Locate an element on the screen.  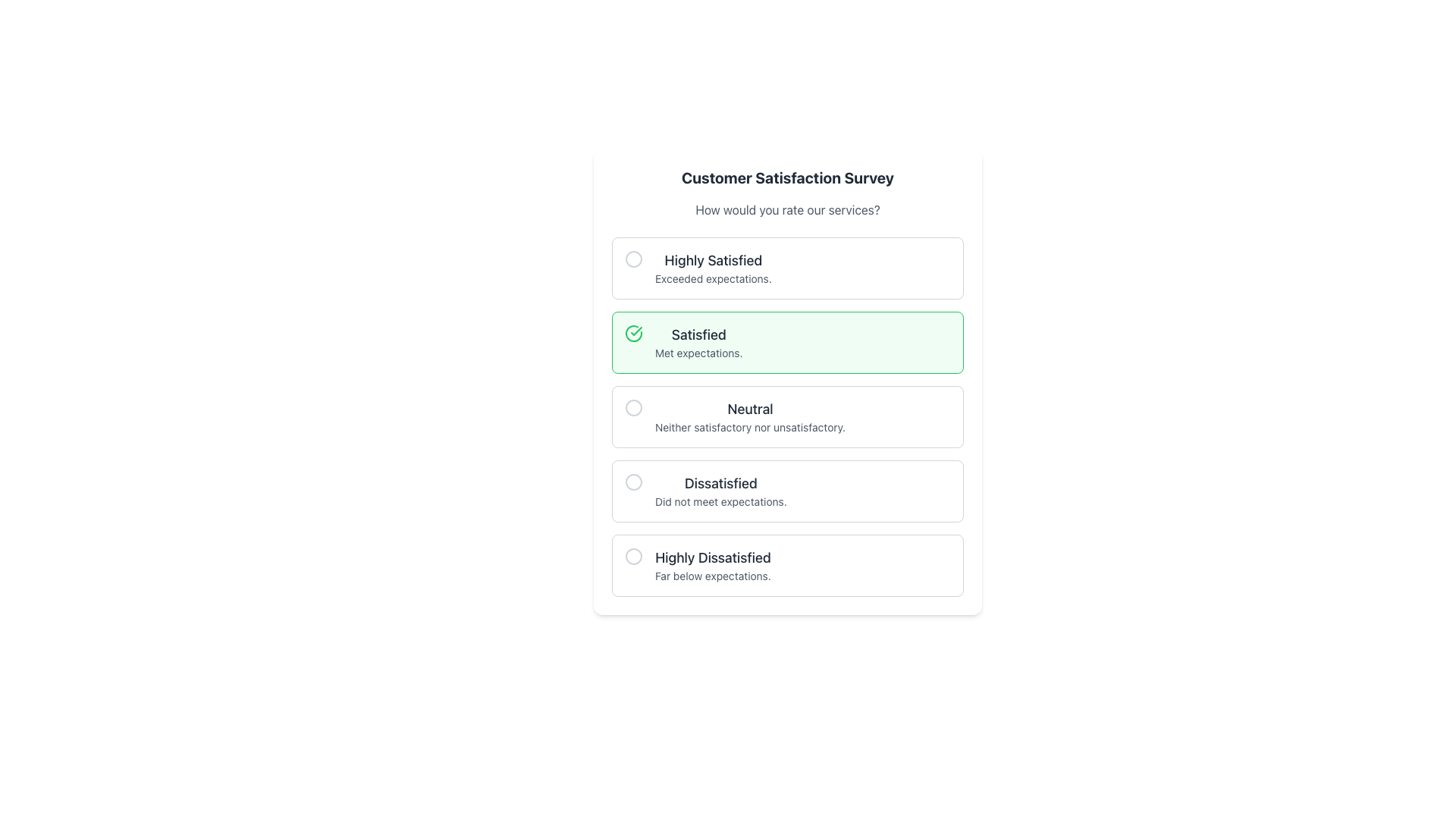
the circle representing the 'Highly Dissatisfied' option in the survey is located at coordinates (633, 556).